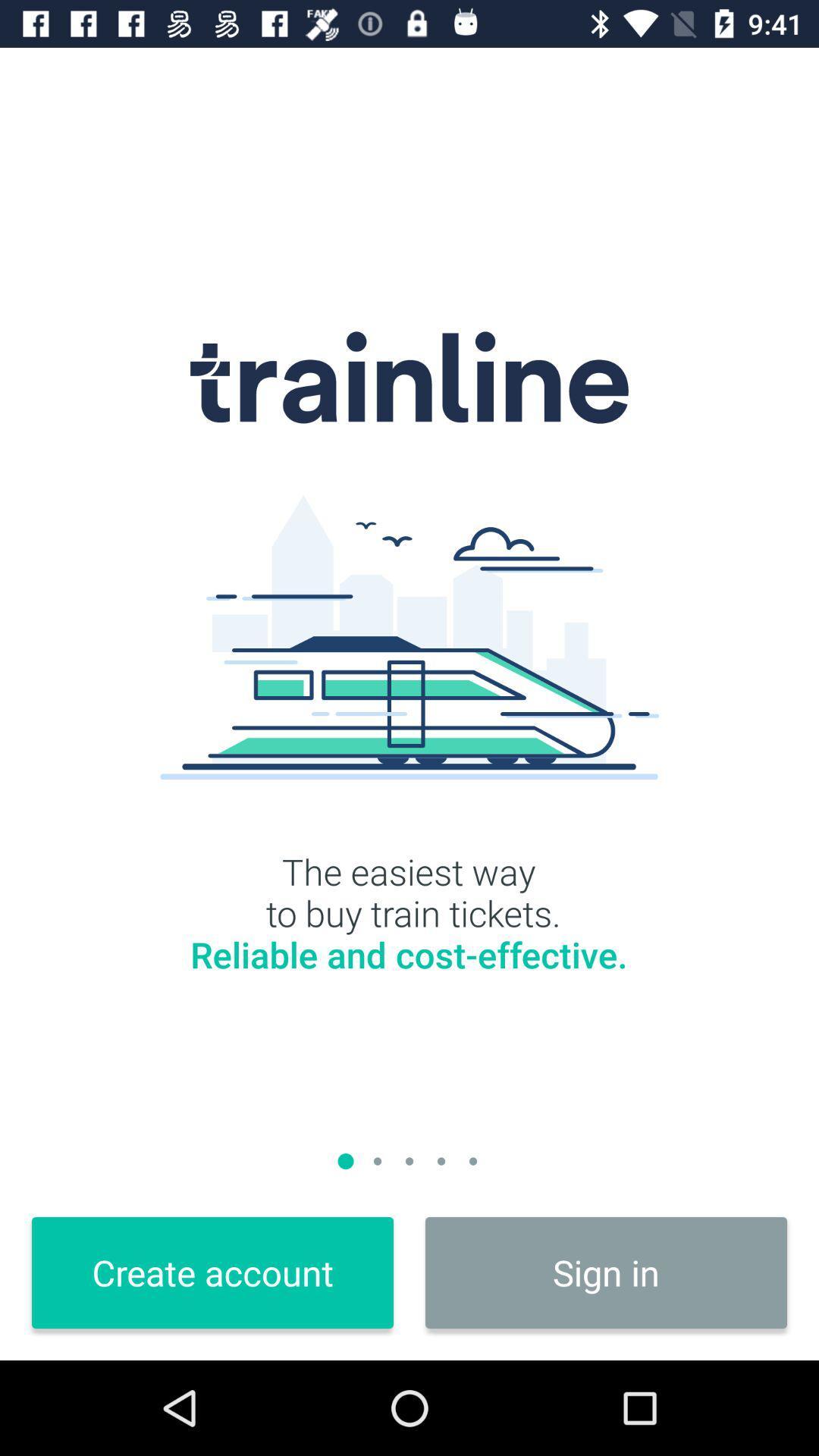 The width and height of the screenshot is (819, 1456). What do you see at coordinates (212, 1272) in the screenshot?
I see `icon to the left of sign in icon` at bounding box center [212, 1272].